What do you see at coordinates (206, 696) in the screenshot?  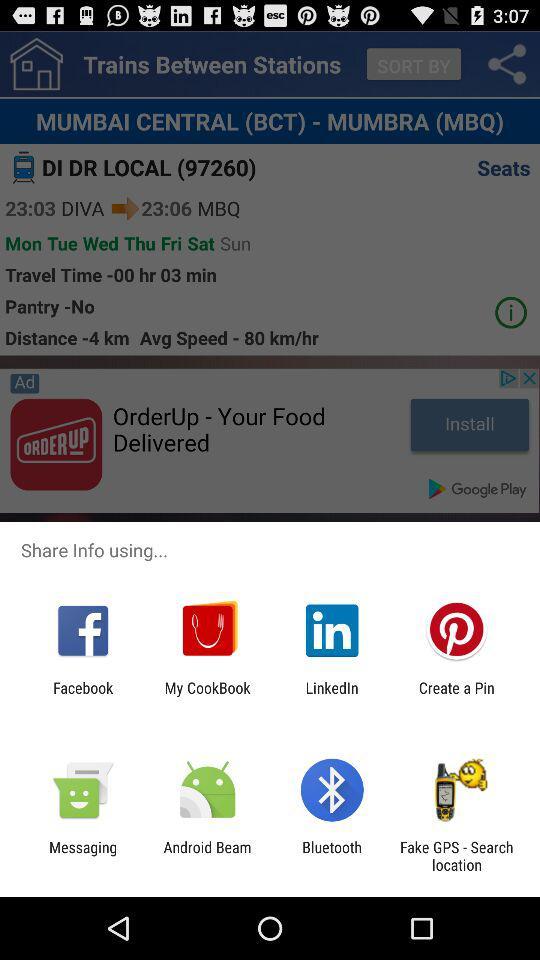 I see `the app next to the facebook` at bounding box center [206, 696].